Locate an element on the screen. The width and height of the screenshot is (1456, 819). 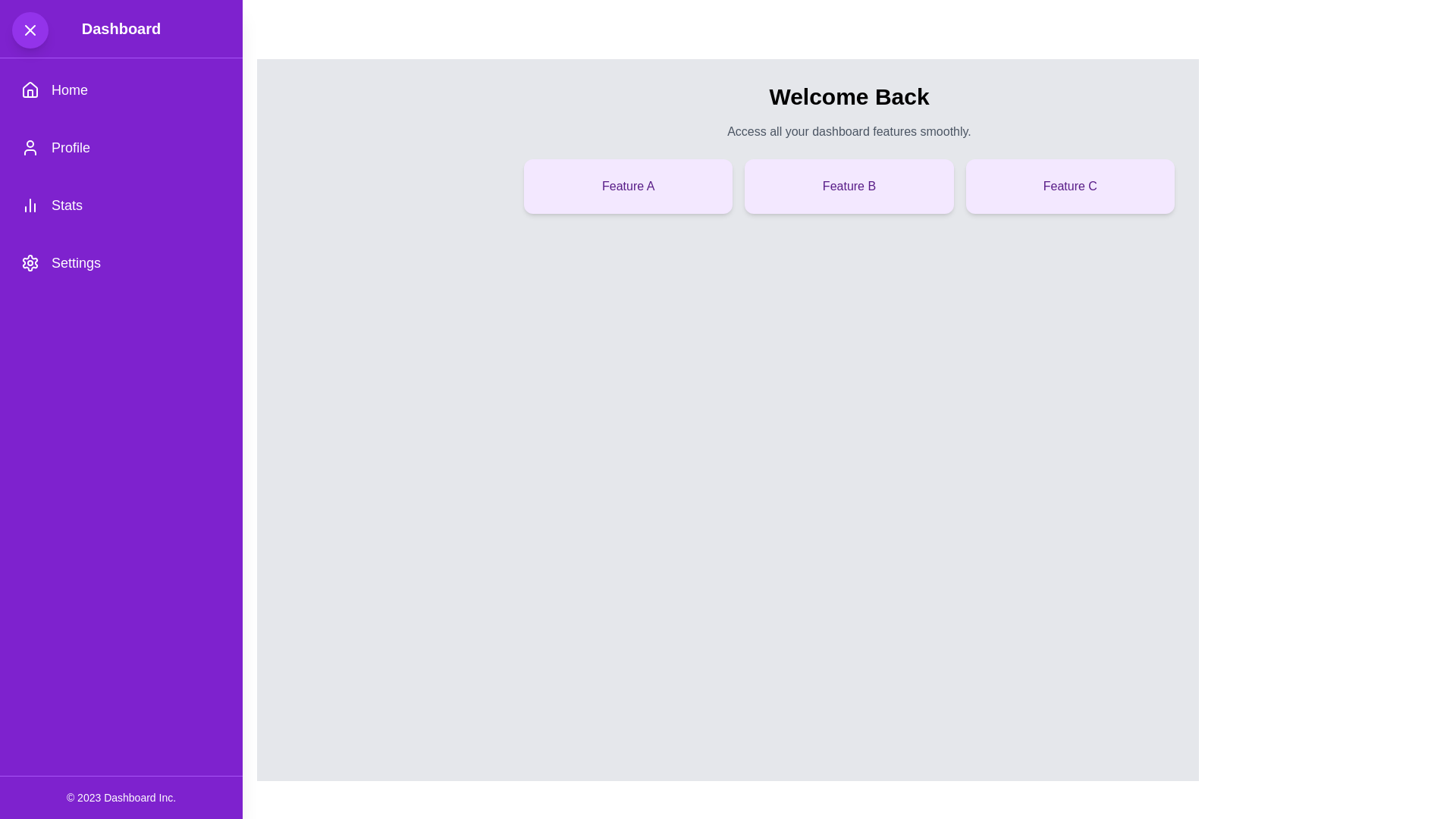
the close icon located in the sidebar near the text 'Dashboard' is located at coordinates (30, 30).